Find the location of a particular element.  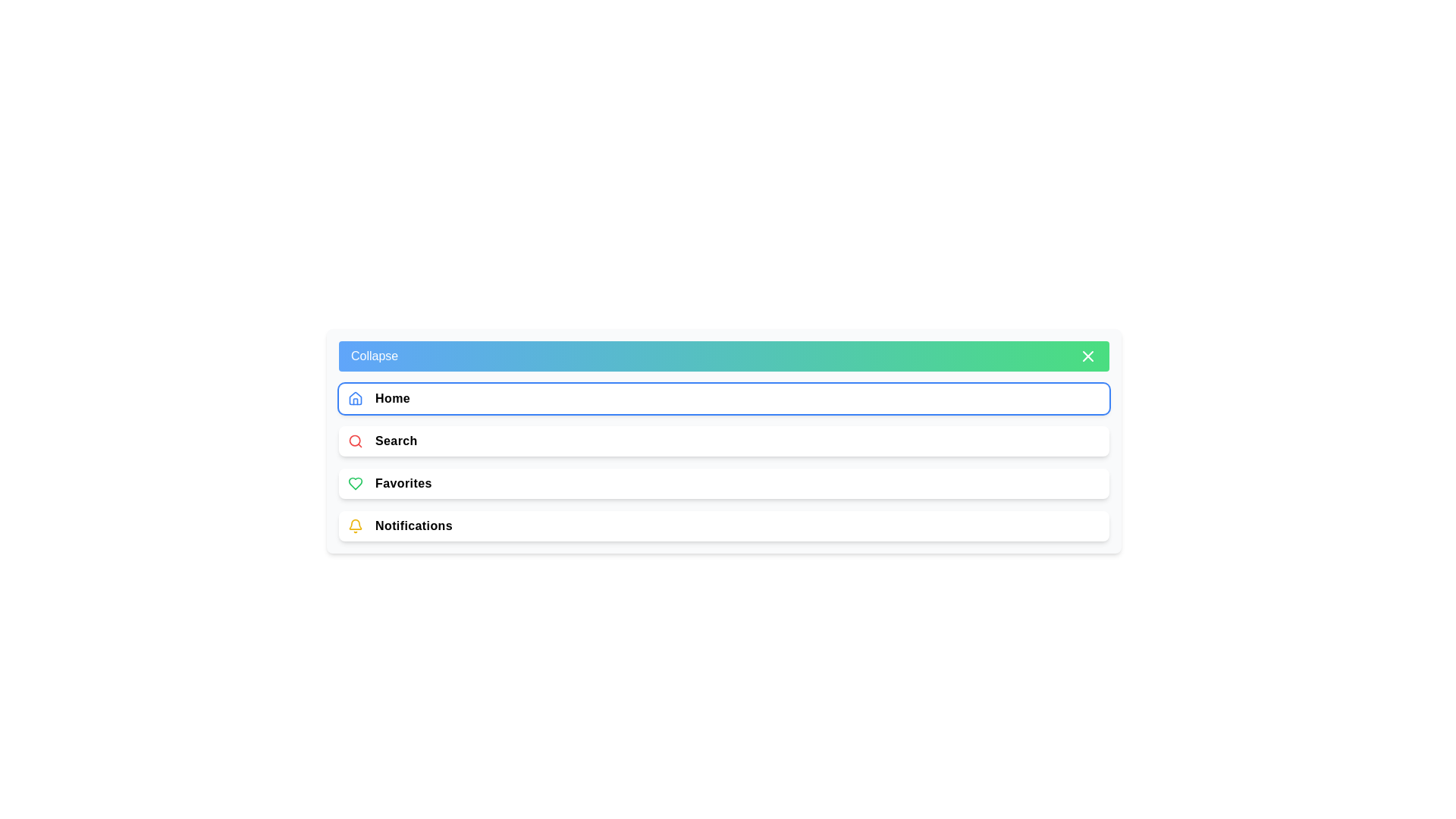

the menu item labeled Home is located at coordinates (723, 397).